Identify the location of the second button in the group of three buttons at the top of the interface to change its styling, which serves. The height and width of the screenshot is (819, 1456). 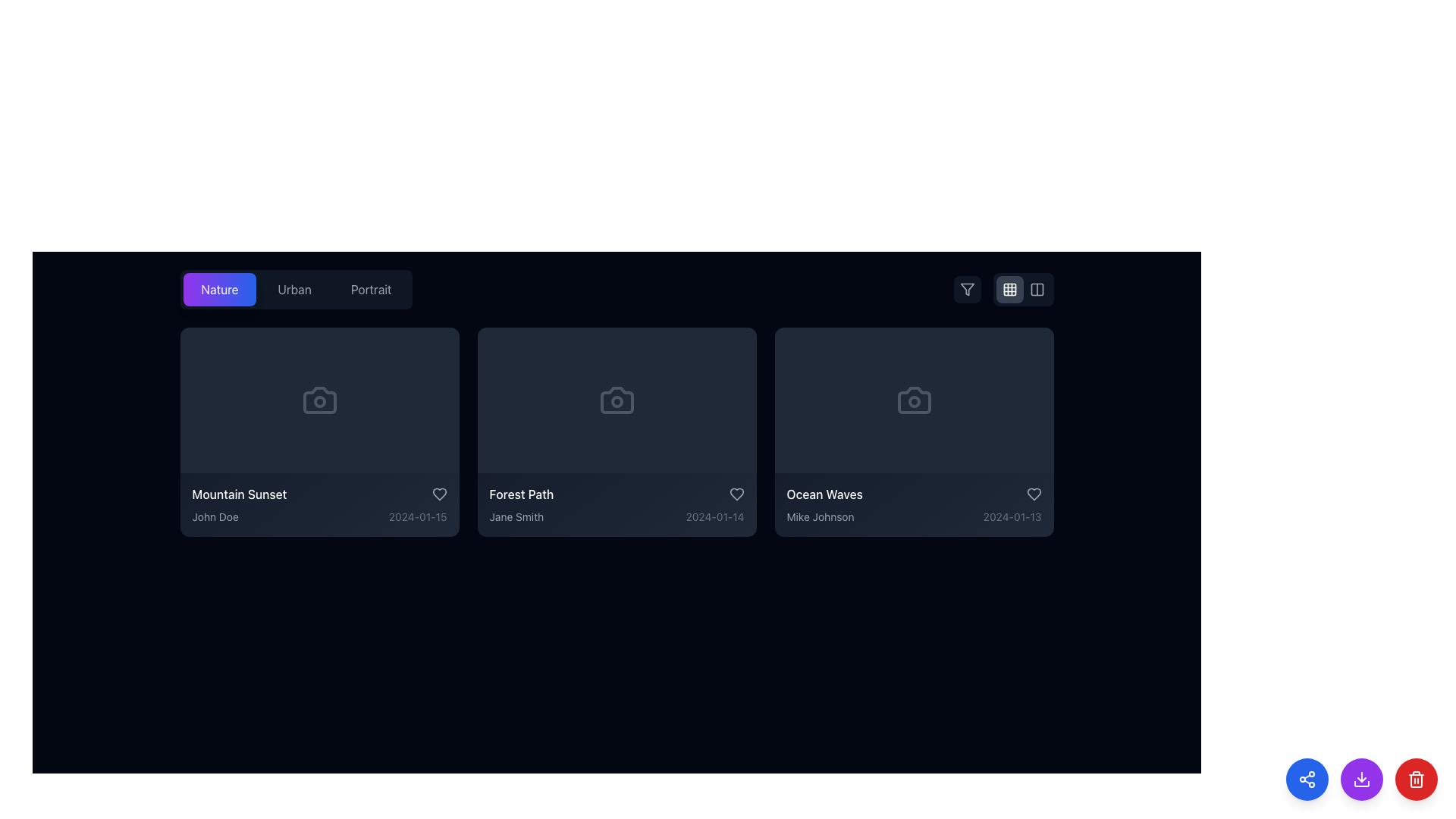
(294, 289).